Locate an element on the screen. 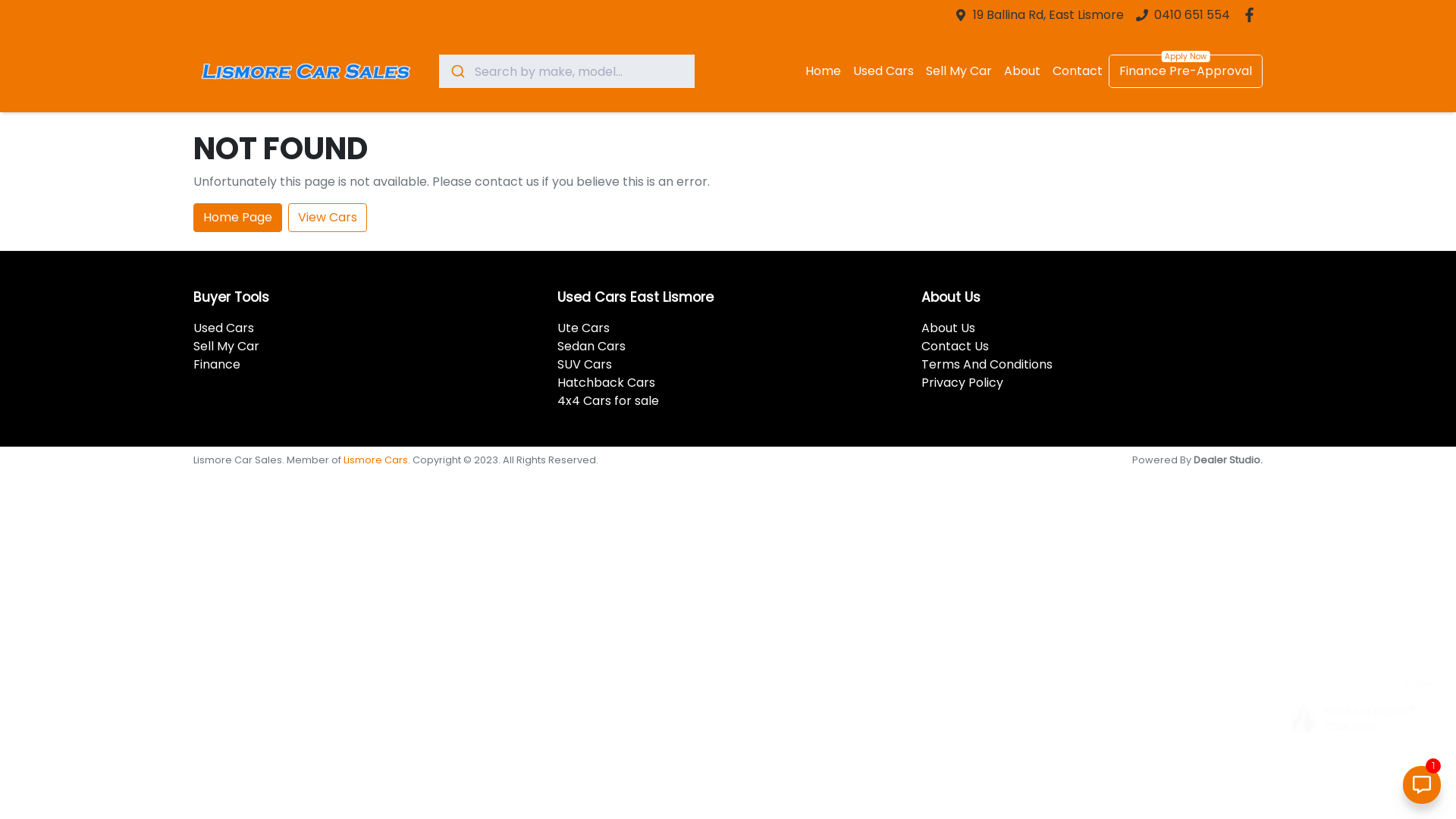 The width and height of the screenshot is (1456, 819). 'Used Cars' is located at coordinates (222, 327).